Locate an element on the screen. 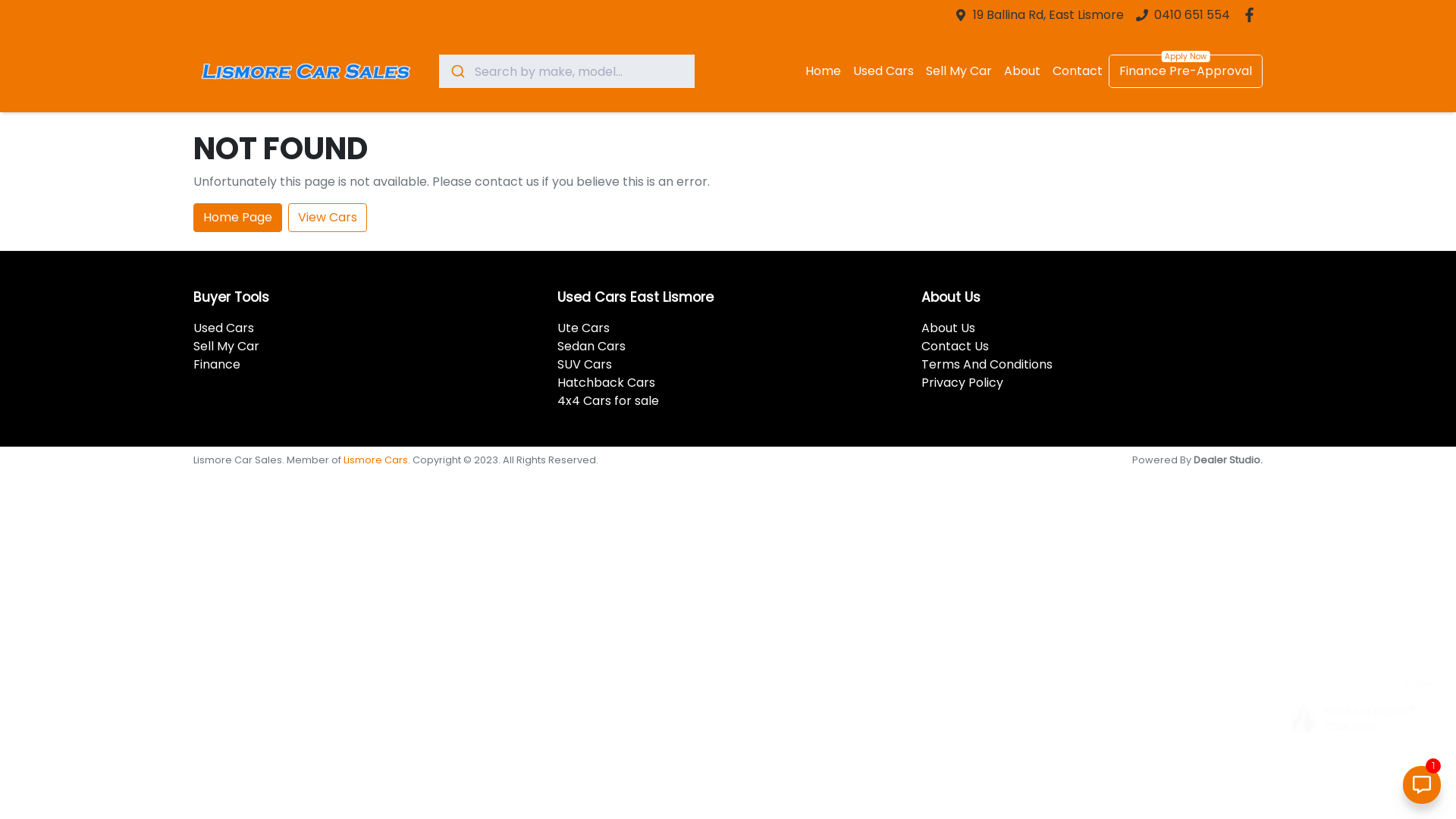 The width and height of the screenshot is (1456, 819). 'Used Cars' is located at coordinates (222, 327).